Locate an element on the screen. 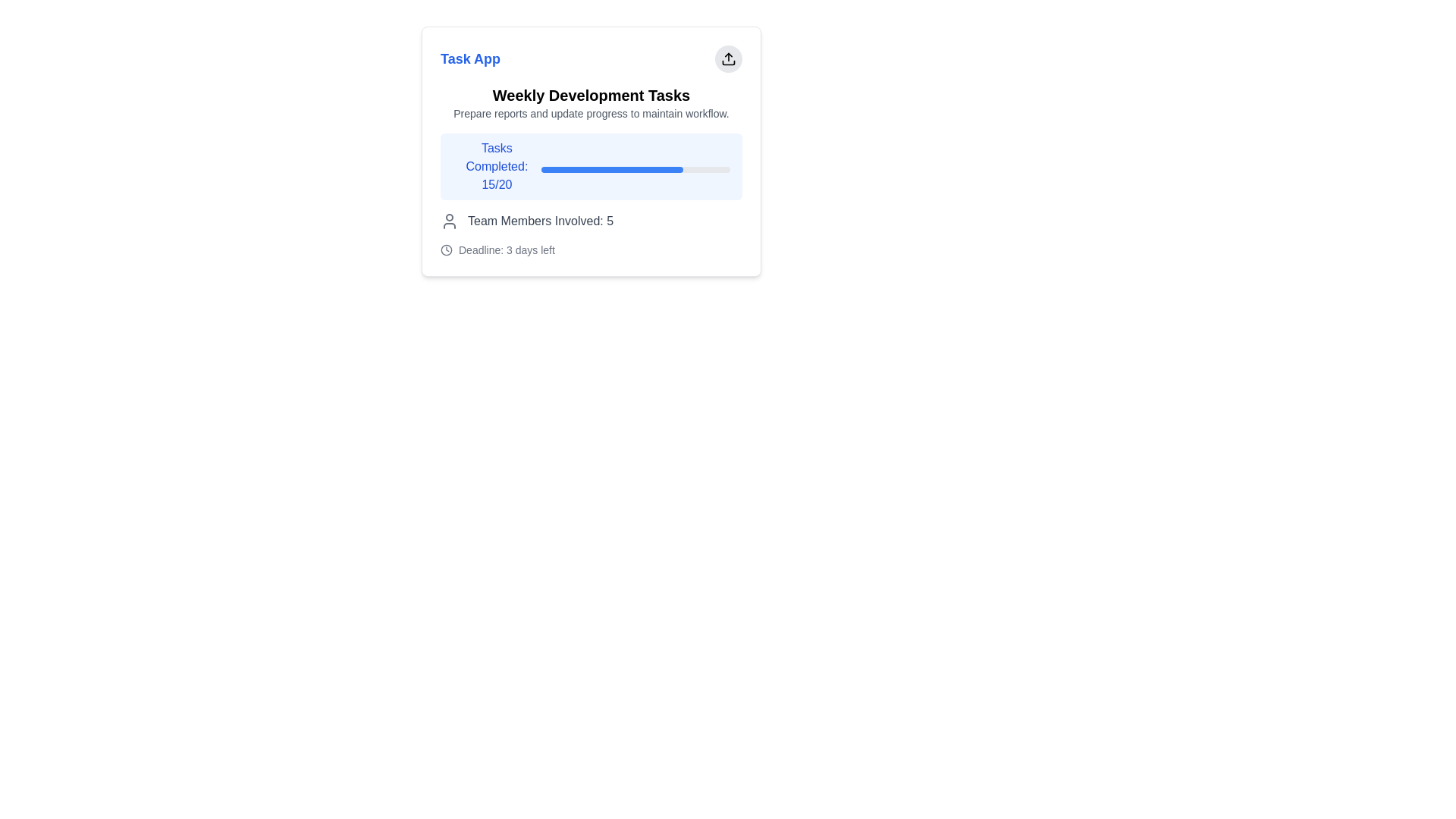 This screenshot has width=1456, height=819. the progress bar indicating 75% completion with the label 'Tasks Completed: 15/20' for accessibility-related tasks is located at coordinates (590, 166).